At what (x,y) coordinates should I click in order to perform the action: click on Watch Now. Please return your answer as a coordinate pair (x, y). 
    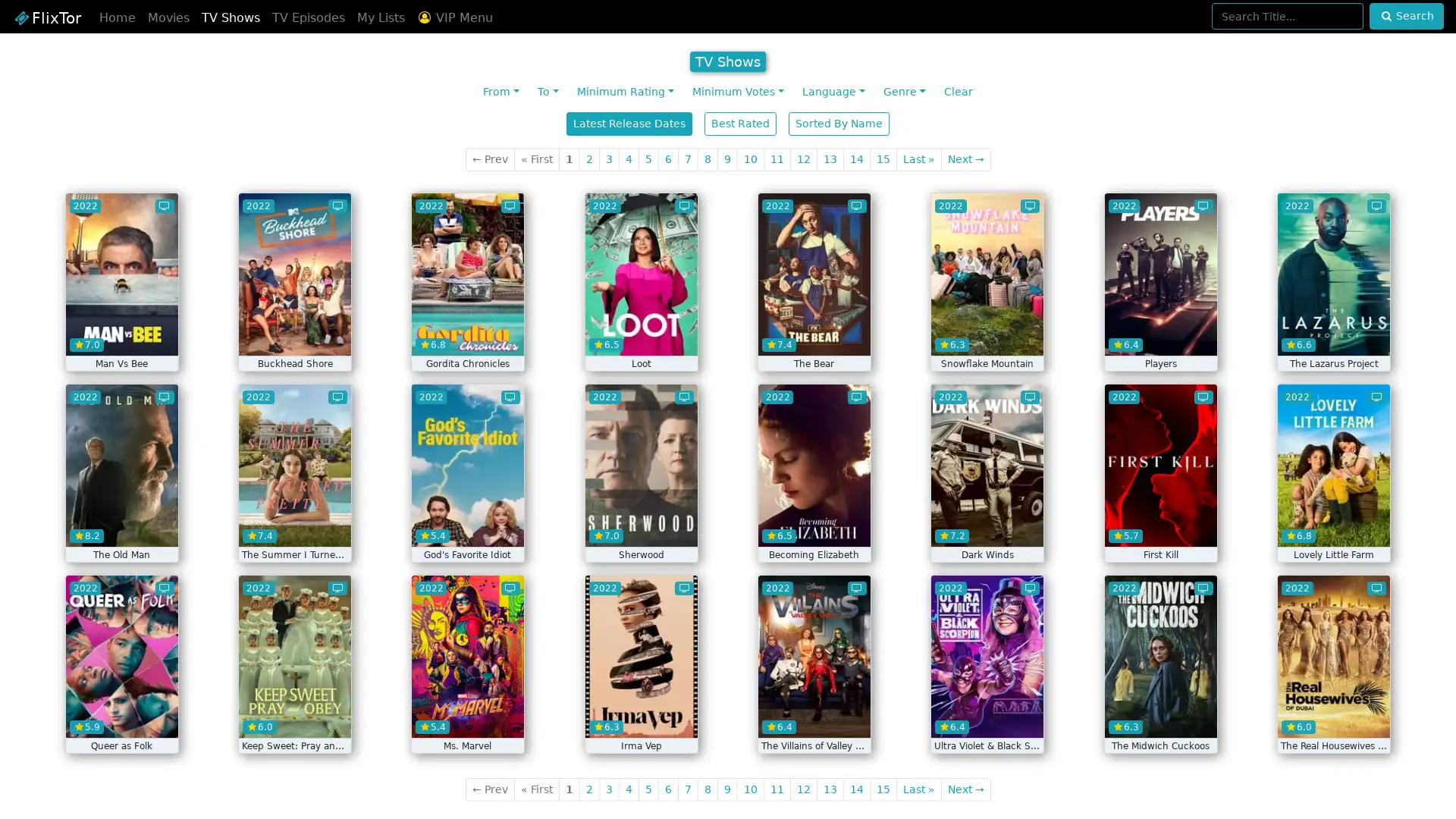
    Looking at the image, I should click on (987, 332).